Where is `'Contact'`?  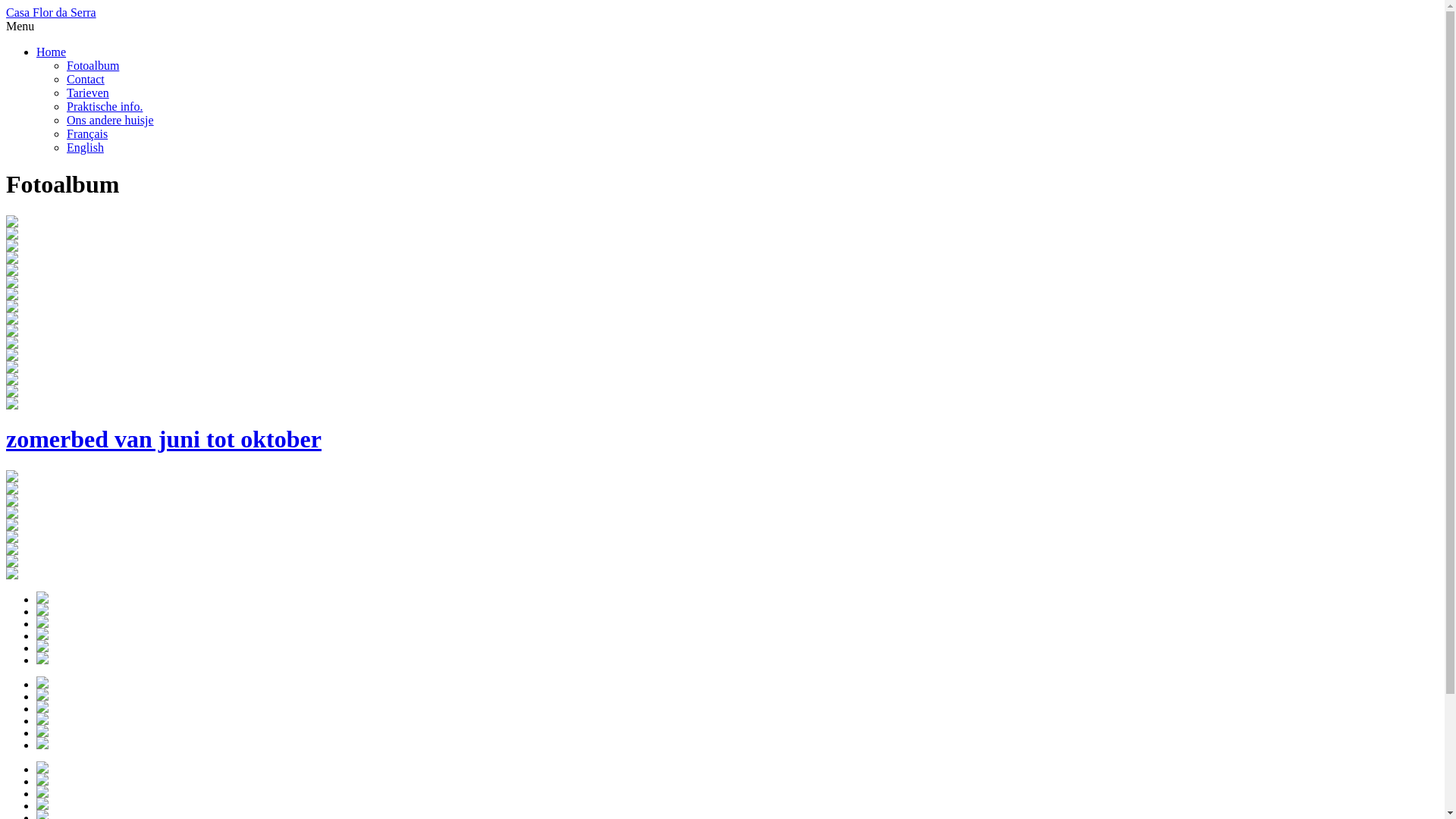
'Contact' is located at coordinates (65, 79).